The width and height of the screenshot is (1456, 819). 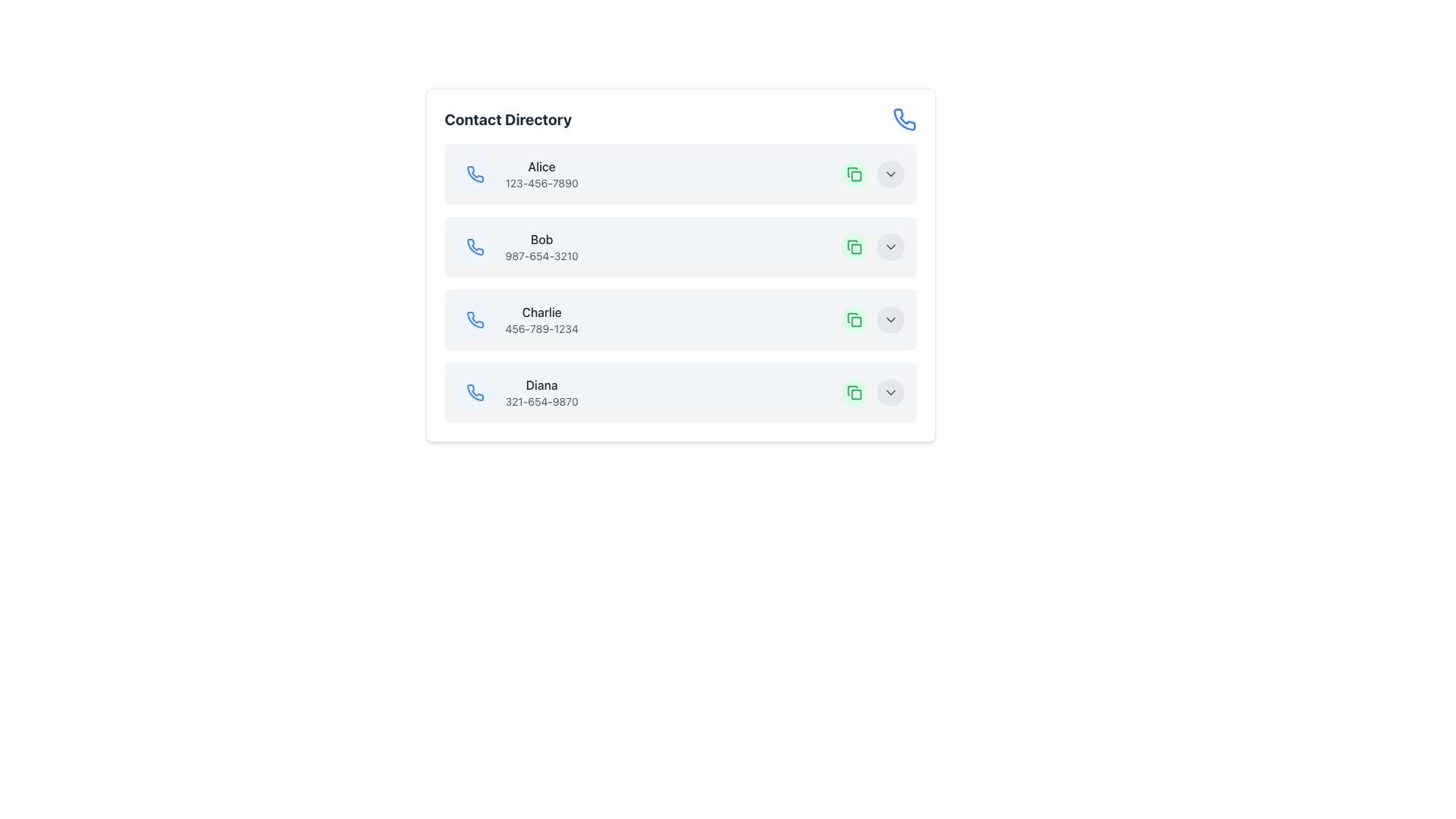 I want to click on the phone number text label ('987-654-3210') displayed in gray font, located below the name 'Bob' in the second contact entry of the directory, so click(x=541, y=256).